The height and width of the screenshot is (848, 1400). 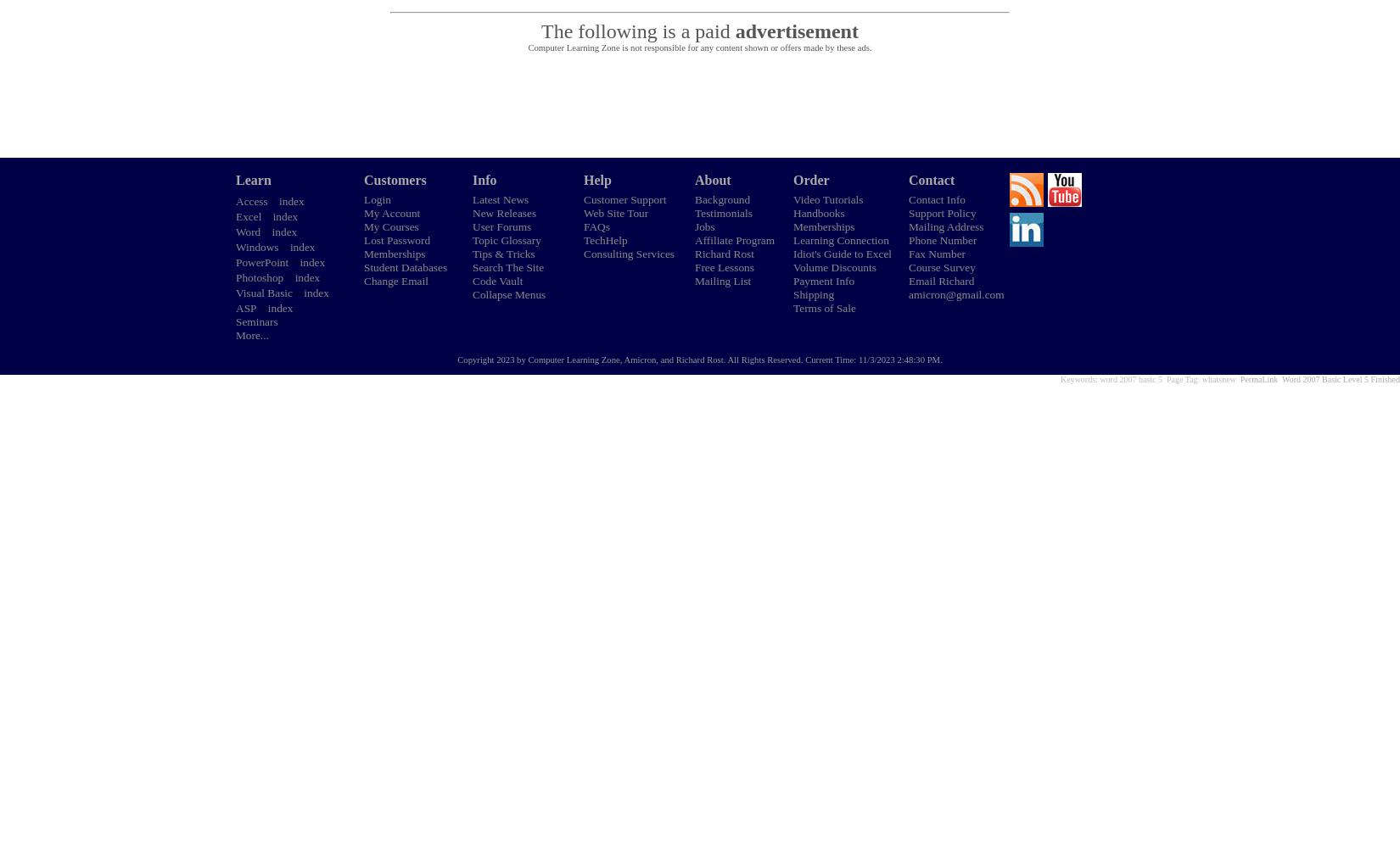 What do you see at coordinates (264, 292) in the screenshot?
I see `'Visual Basic'` at bounding box center [264, 292].